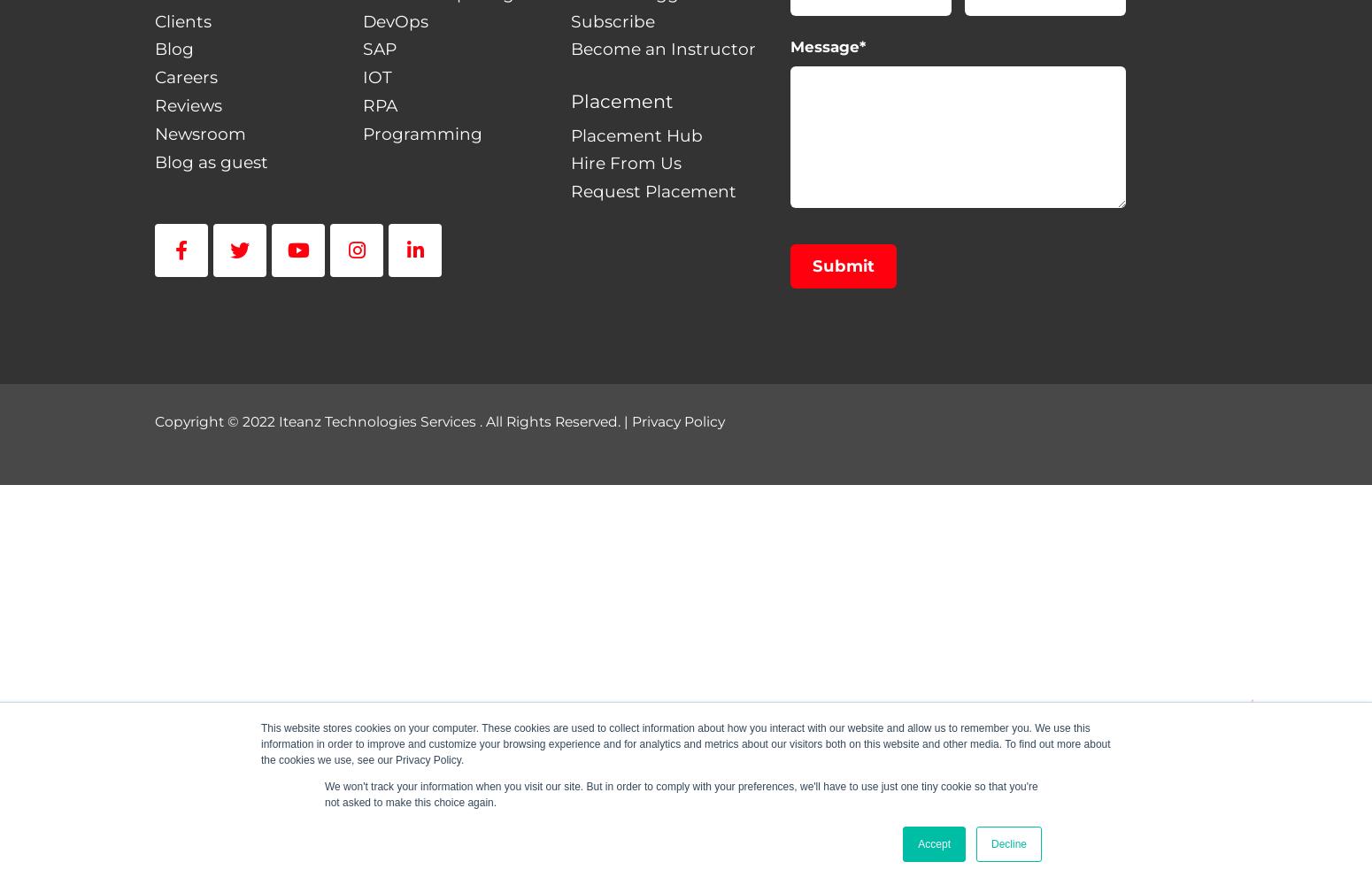 Image resolution: width=1372 pixels, height=885 pixels. I want to click on '*', so click(860, 46).